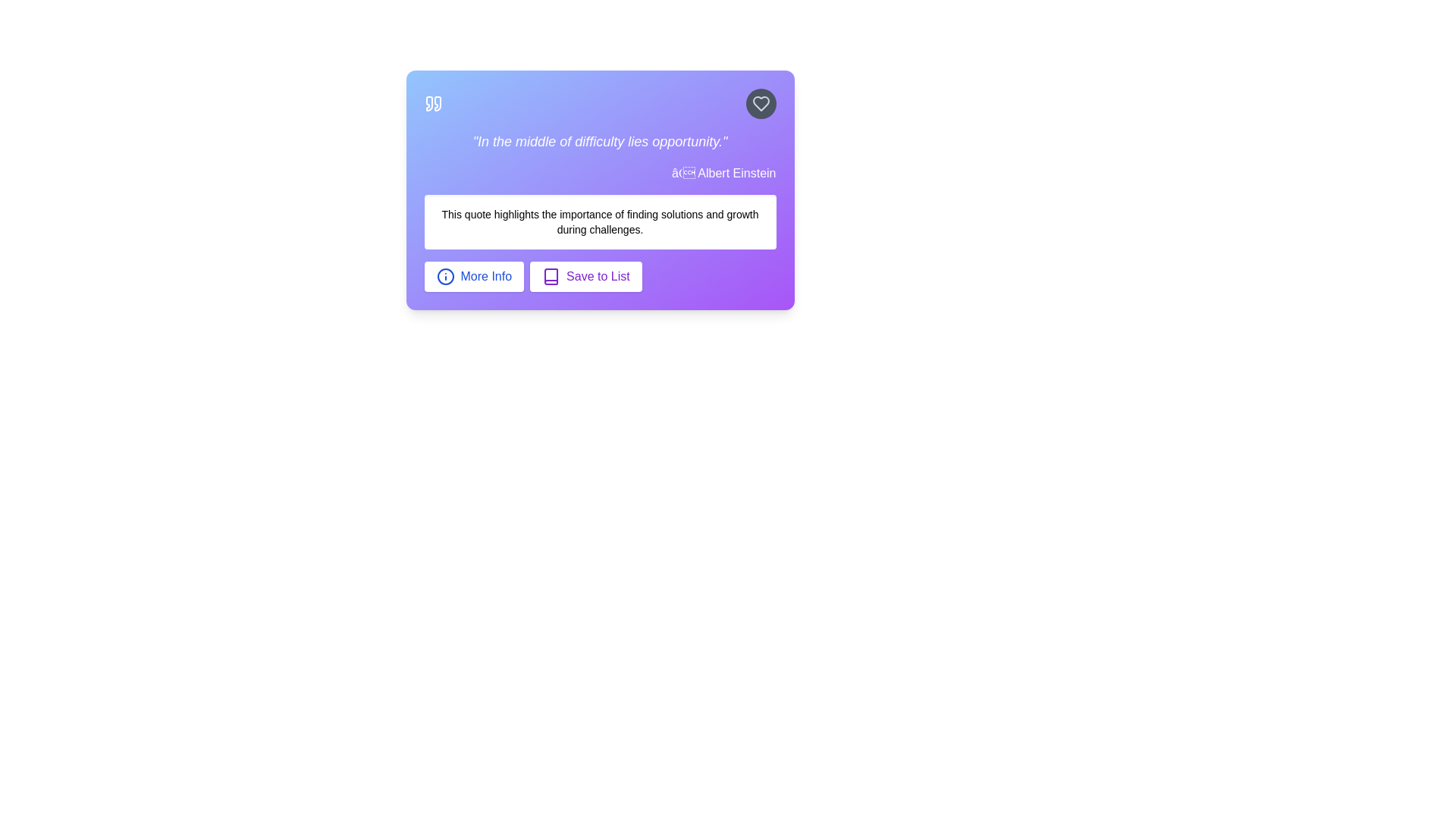 The width and height of the screenshot is (1456, 819). What do you see at coordinates (551, 277) in the screenshot?
I see `the small SVG graphic icon in the top-right corner of the interactive card, which symbolizes the concept of saving or categorizing a quote` at bounding box center [551, 277].